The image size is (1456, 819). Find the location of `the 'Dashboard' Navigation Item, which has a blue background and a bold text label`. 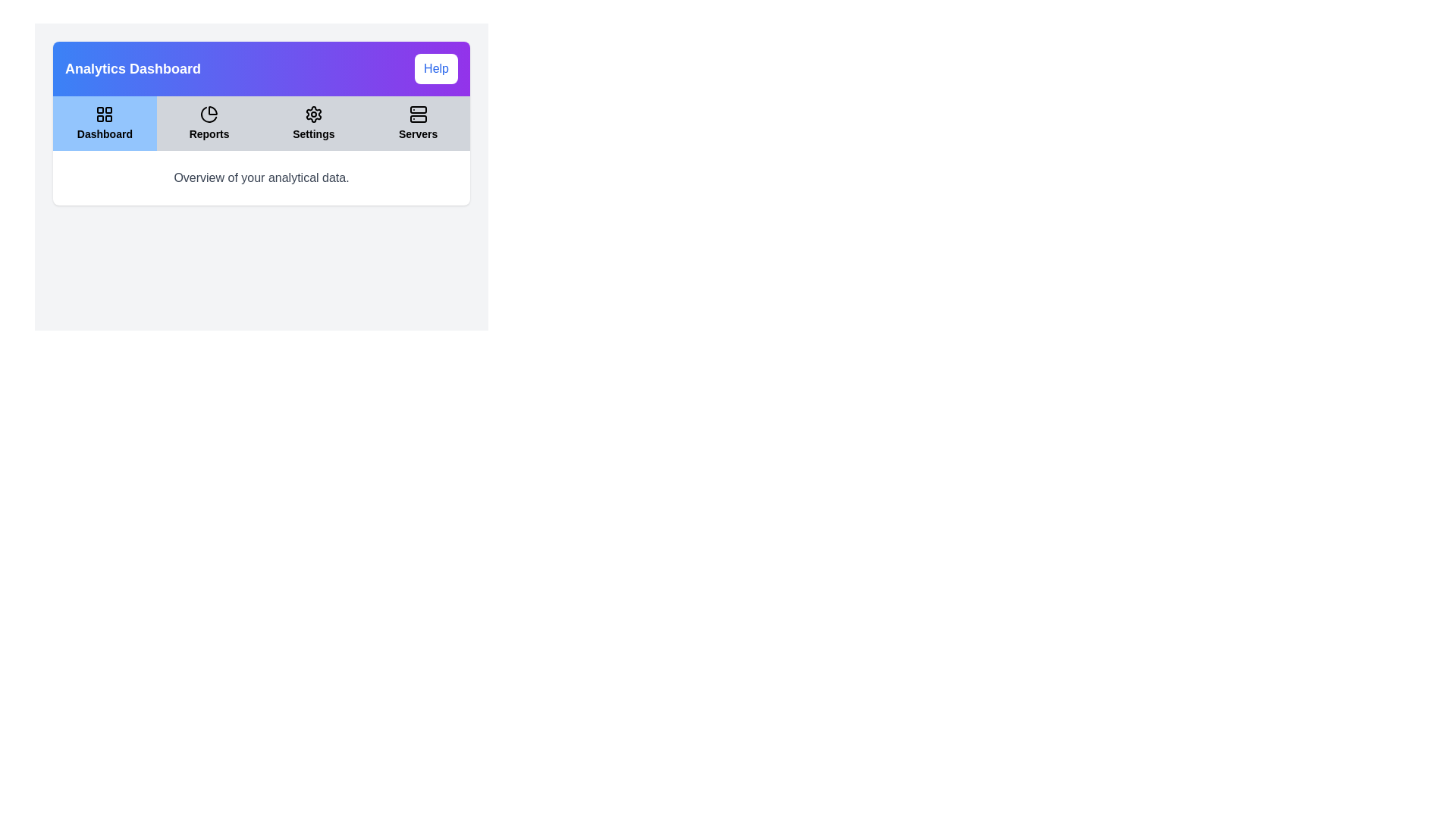

the 'Dashboard' Navigation Item, which has a blue background and a bold text label is located at coordinates (104, 122).